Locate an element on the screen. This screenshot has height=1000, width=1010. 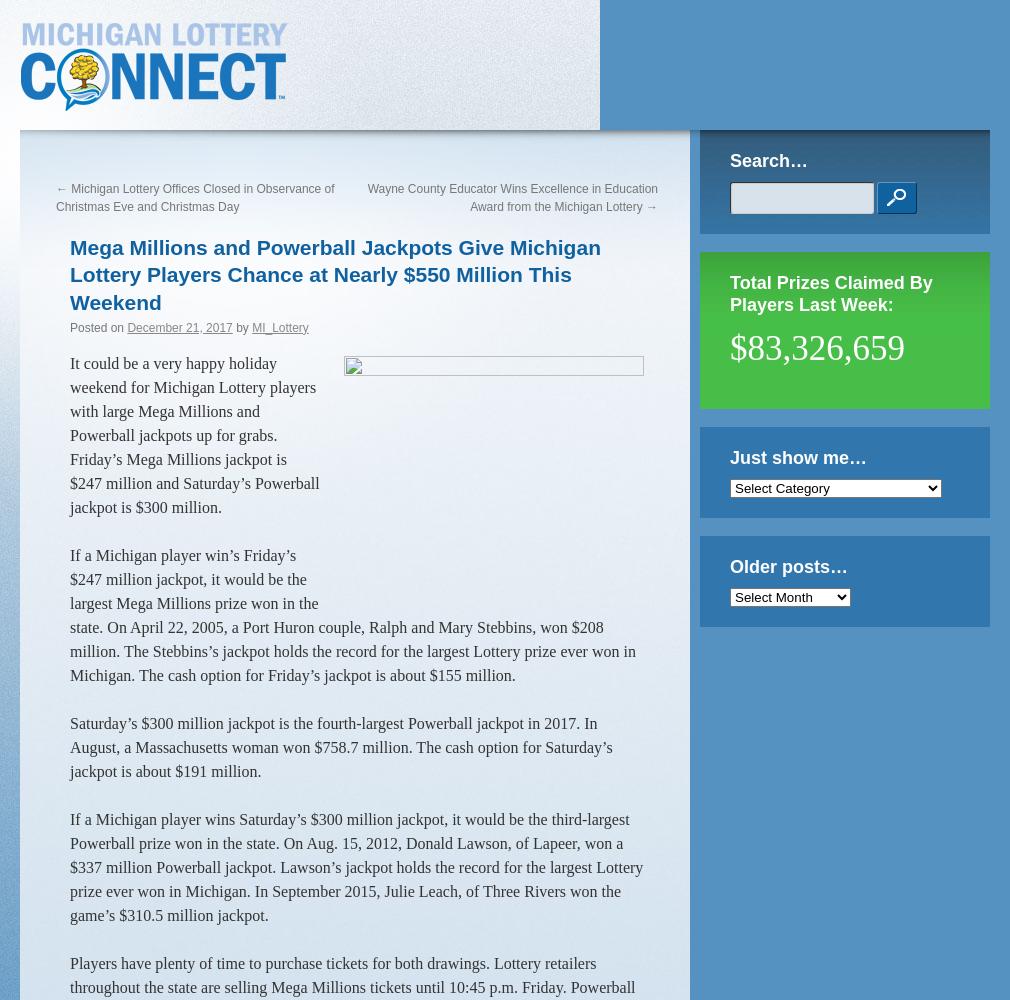
'Michigan Lottery Offices Closed in Observance of Christmas Eve and Christmas Day' is located at coordinates (194, 197).